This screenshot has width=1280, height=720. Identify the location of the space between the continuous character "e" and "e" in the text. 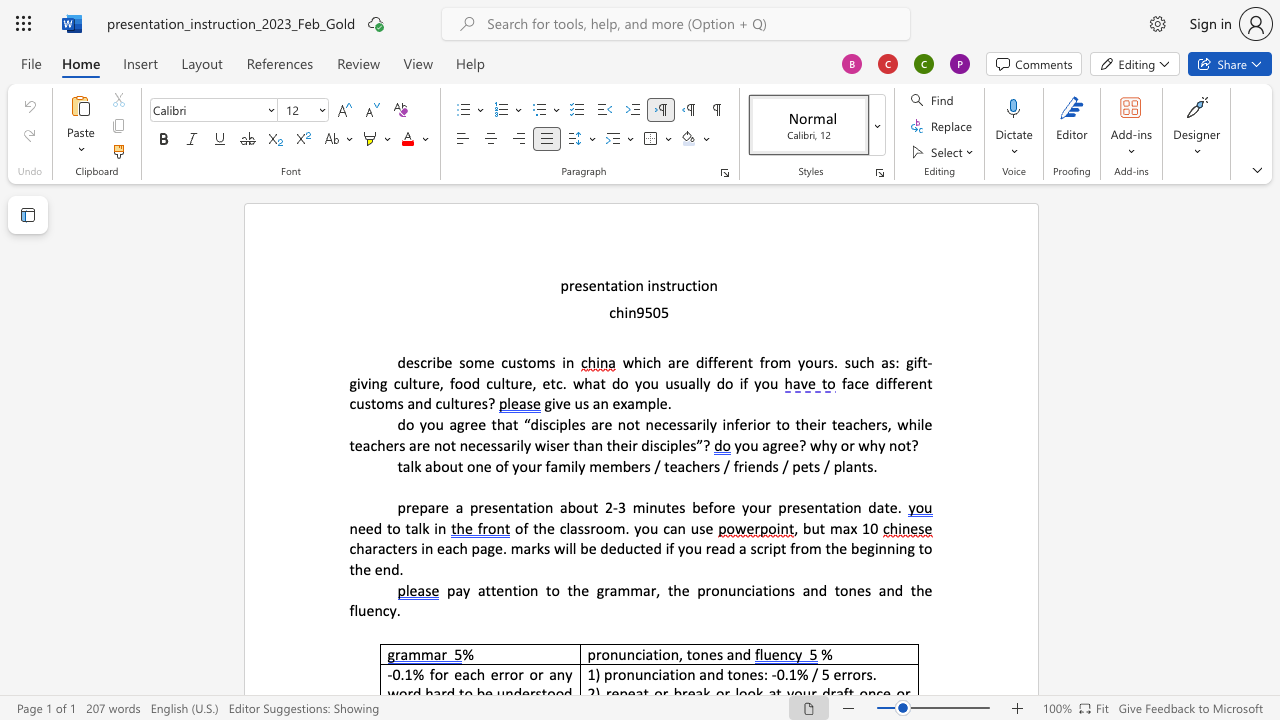
(365, 527).